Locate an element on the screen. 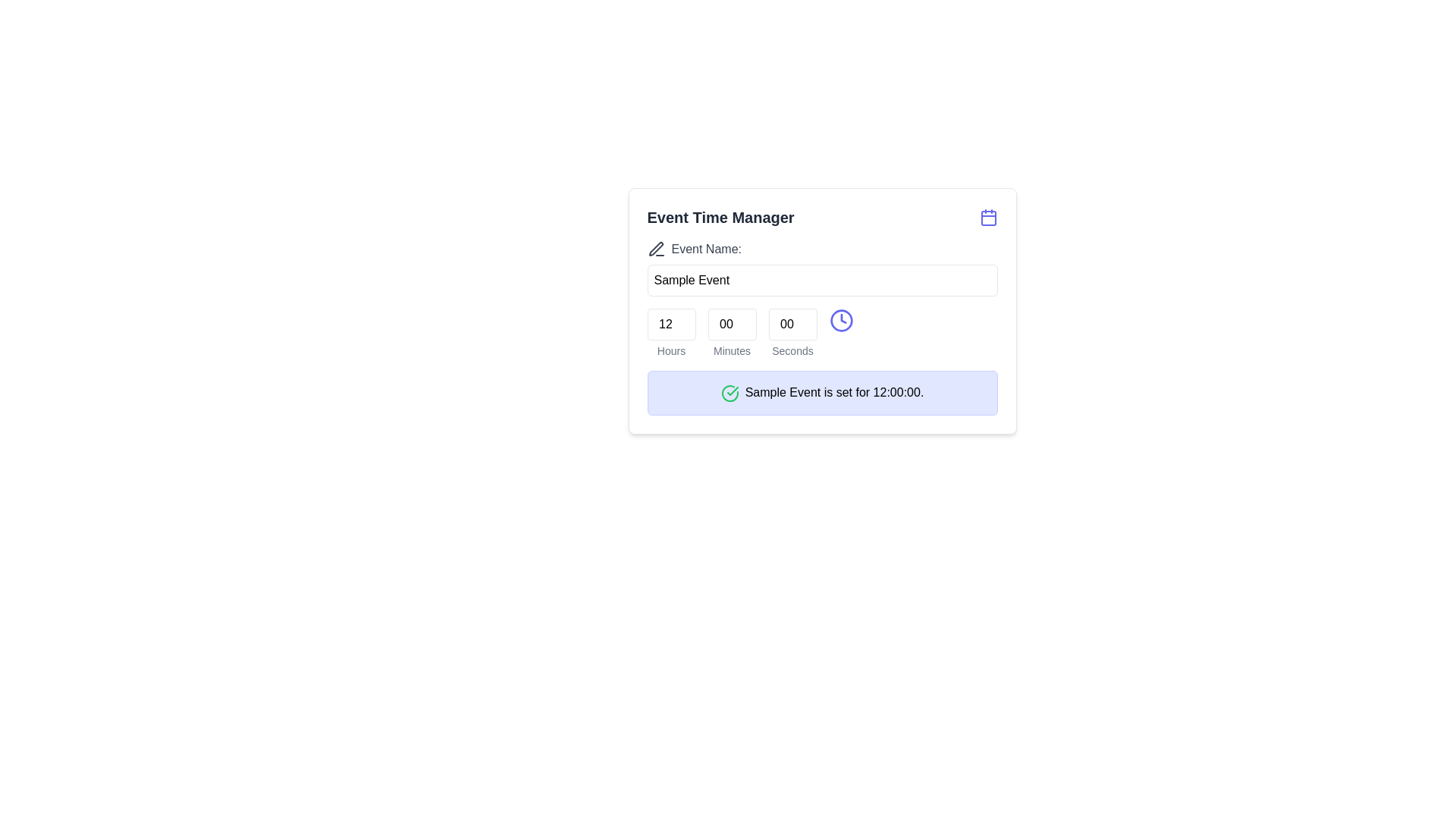  the confirmation success icon, which visually represents a checkmark inside a circular icon in the notification block of the event manager card is located at coordinates (733, 390).